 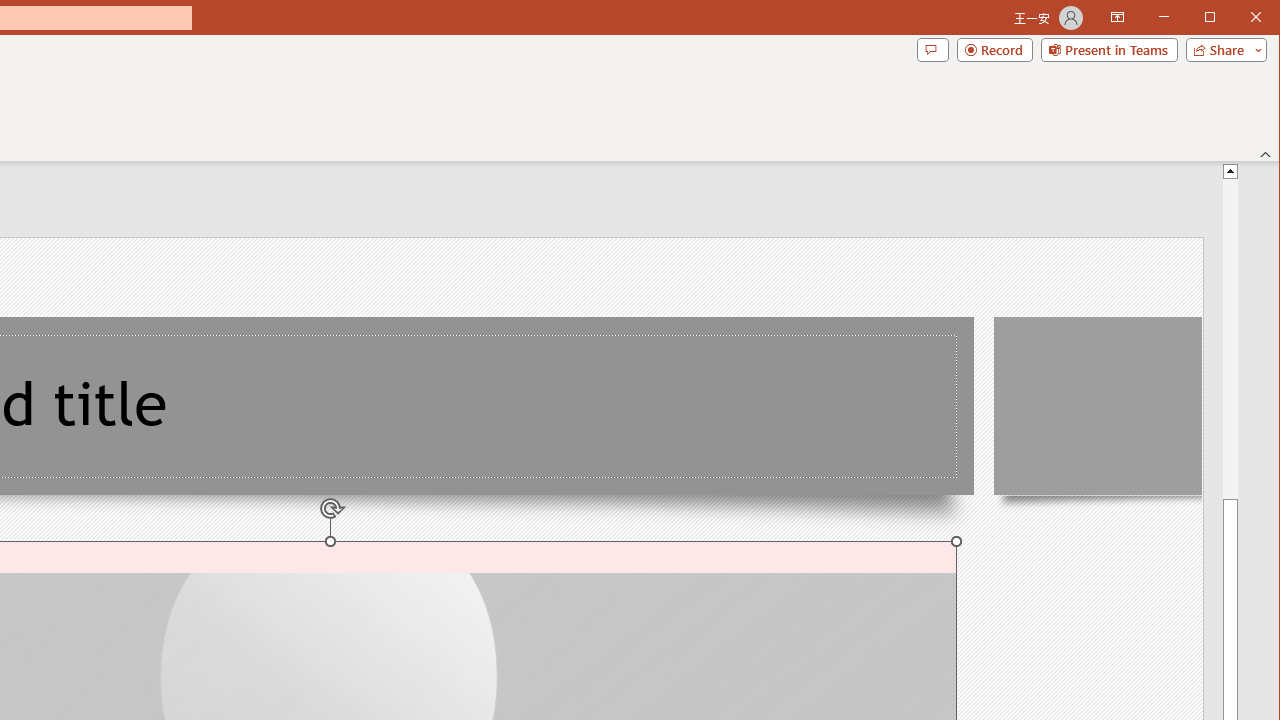 I want to click on 'Collapse the Ribbon', so click(x=1265, y=153).